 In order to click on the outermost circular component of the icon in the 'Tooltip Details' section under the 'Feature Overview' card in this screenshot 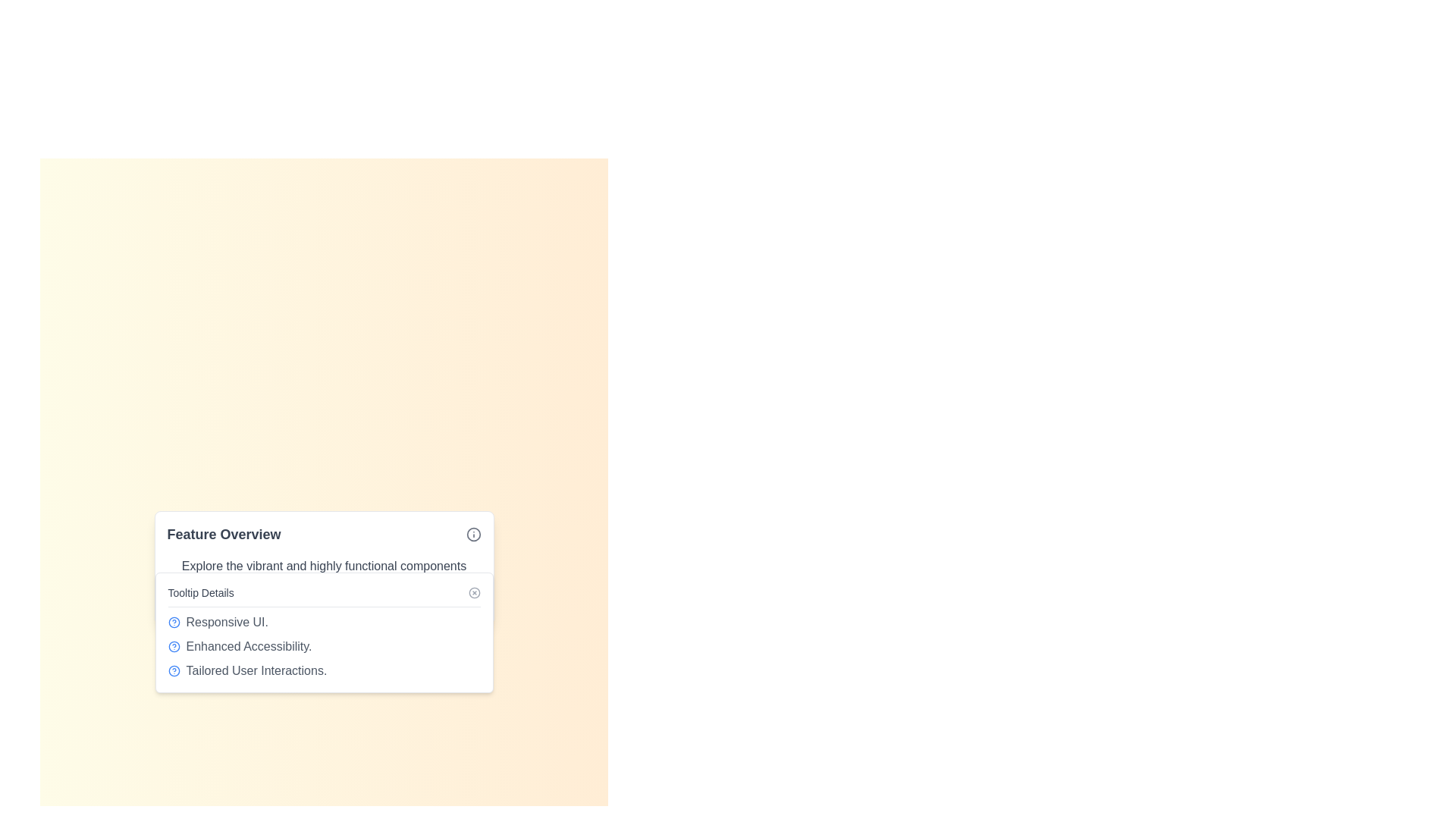, I will do `click(174, 646)`.